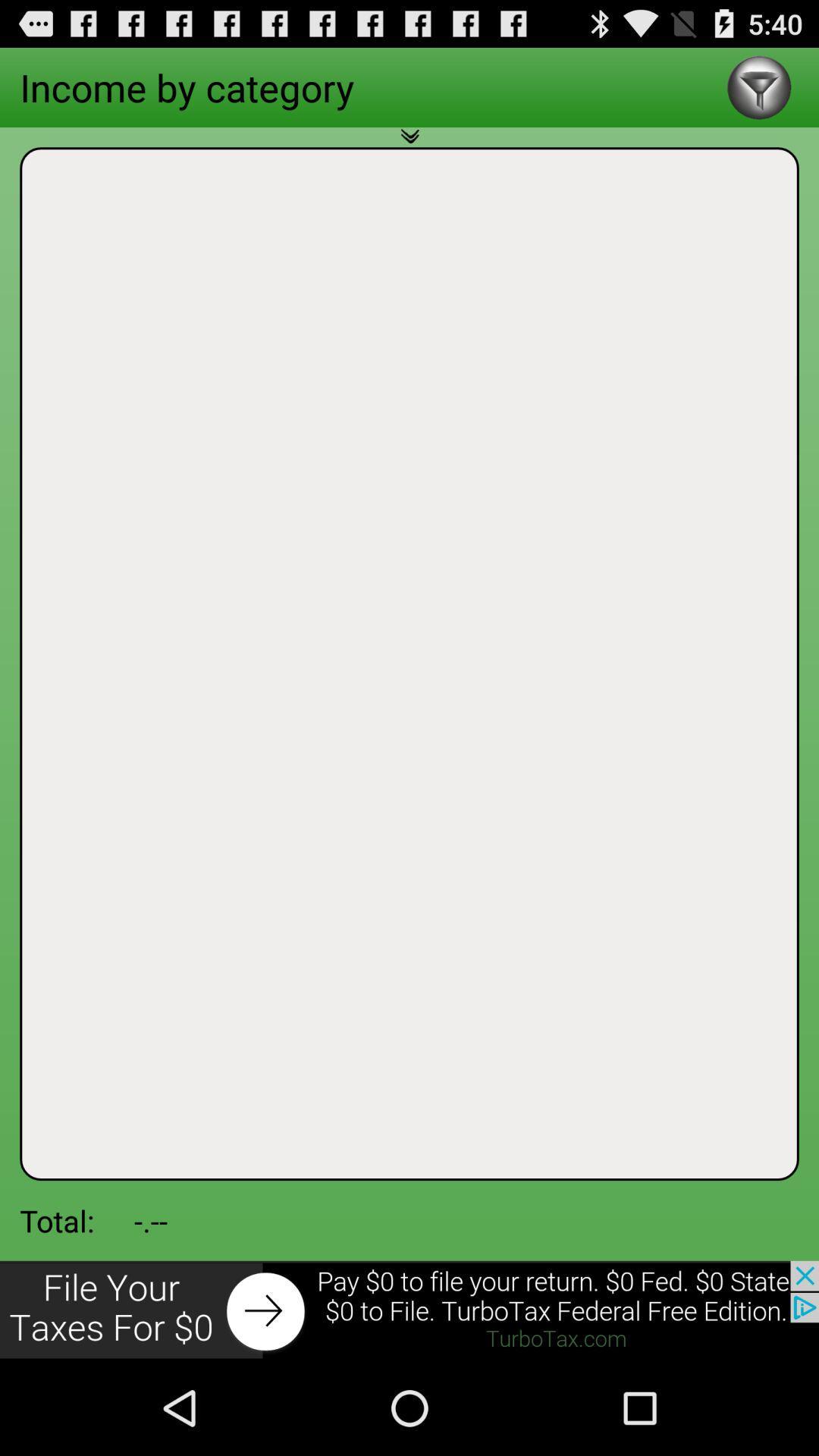 The image size is (819, 1456). Describe the element at coordinates (759, 93) in the screenshot. I see `the filter icon` at that location.